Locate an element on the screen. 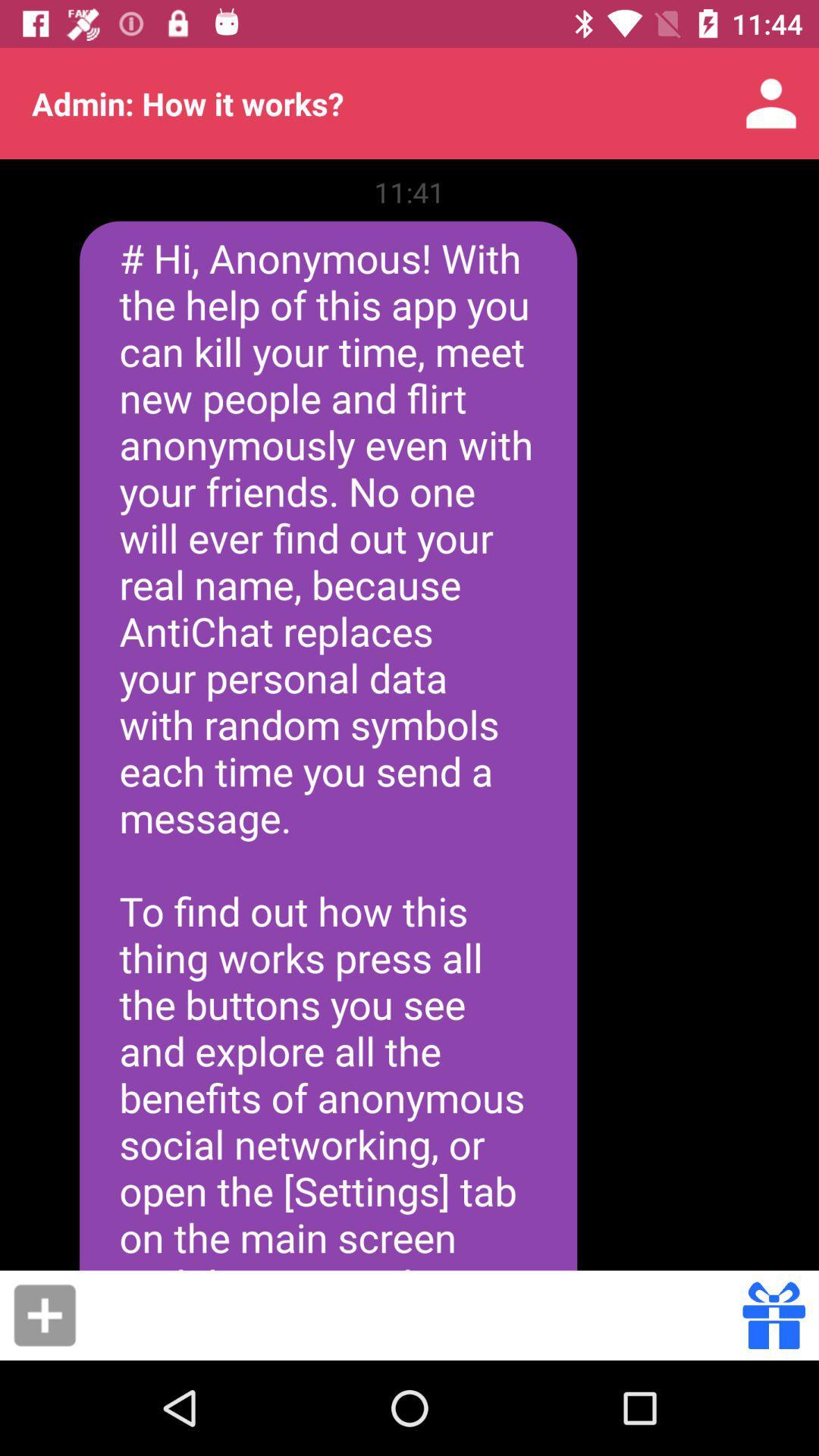 This screenshot has width=819, height=1456. hi anonymous with icon is located at coordinates (328, 745).